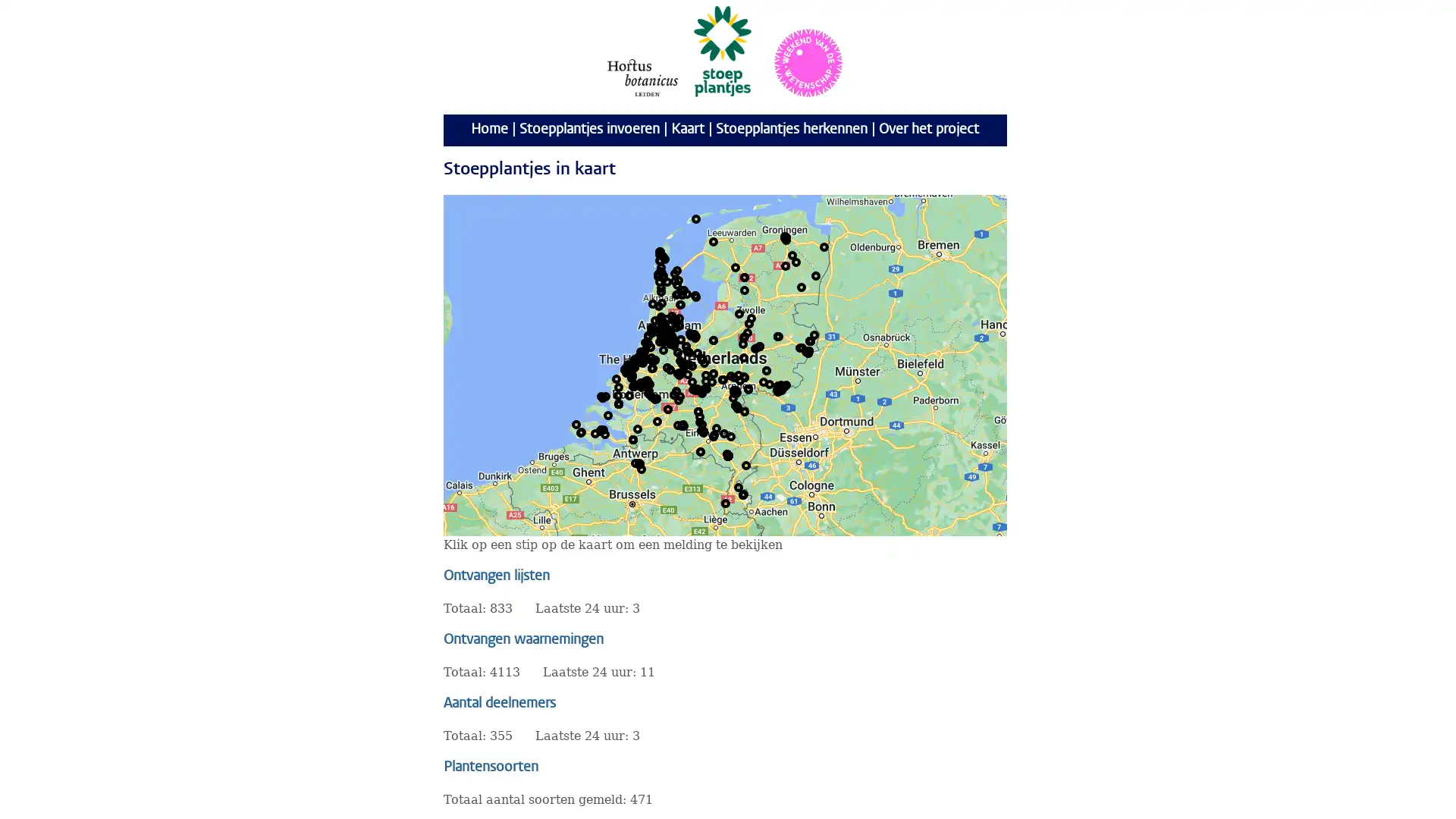  Describe the element at coordinates (679, 373) in the screenshot. I see `Telling van Floran op 02 mei 2022` at that location.